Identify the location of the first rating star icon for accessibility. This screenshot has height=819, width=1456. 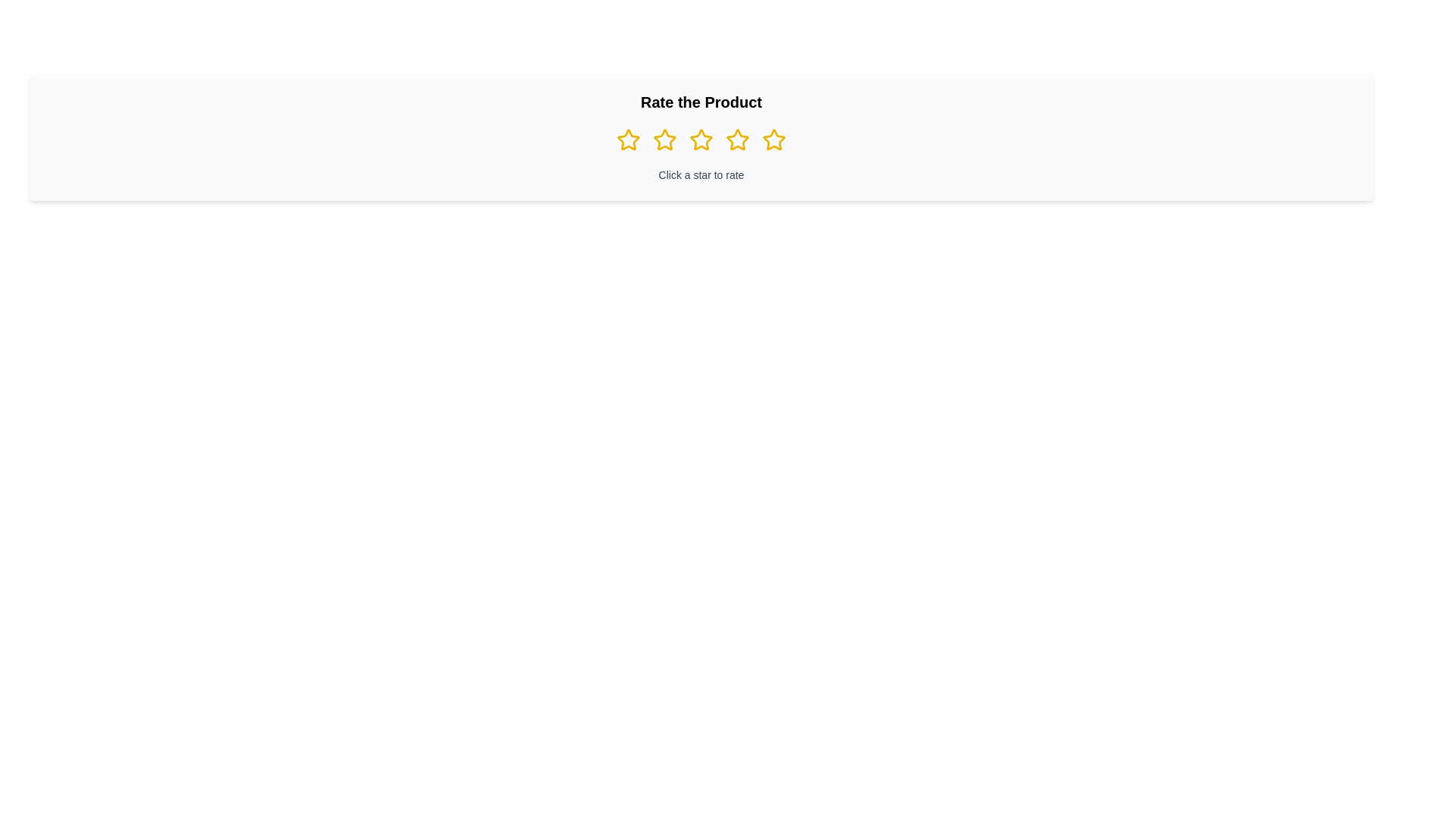
(629, 140).